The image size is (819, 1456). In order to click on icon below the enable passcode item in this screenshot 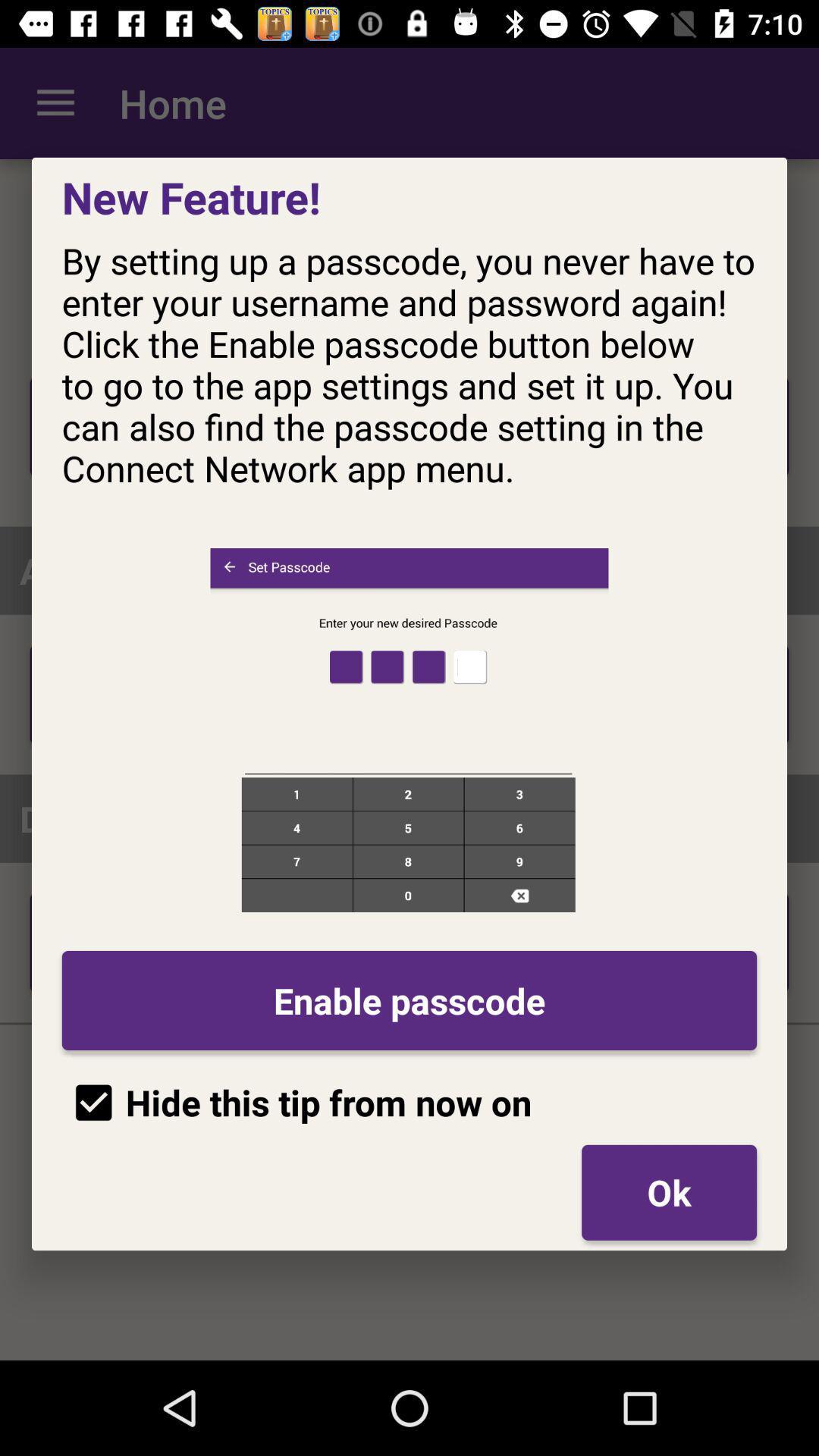, I will do `click(668, 1191)`.